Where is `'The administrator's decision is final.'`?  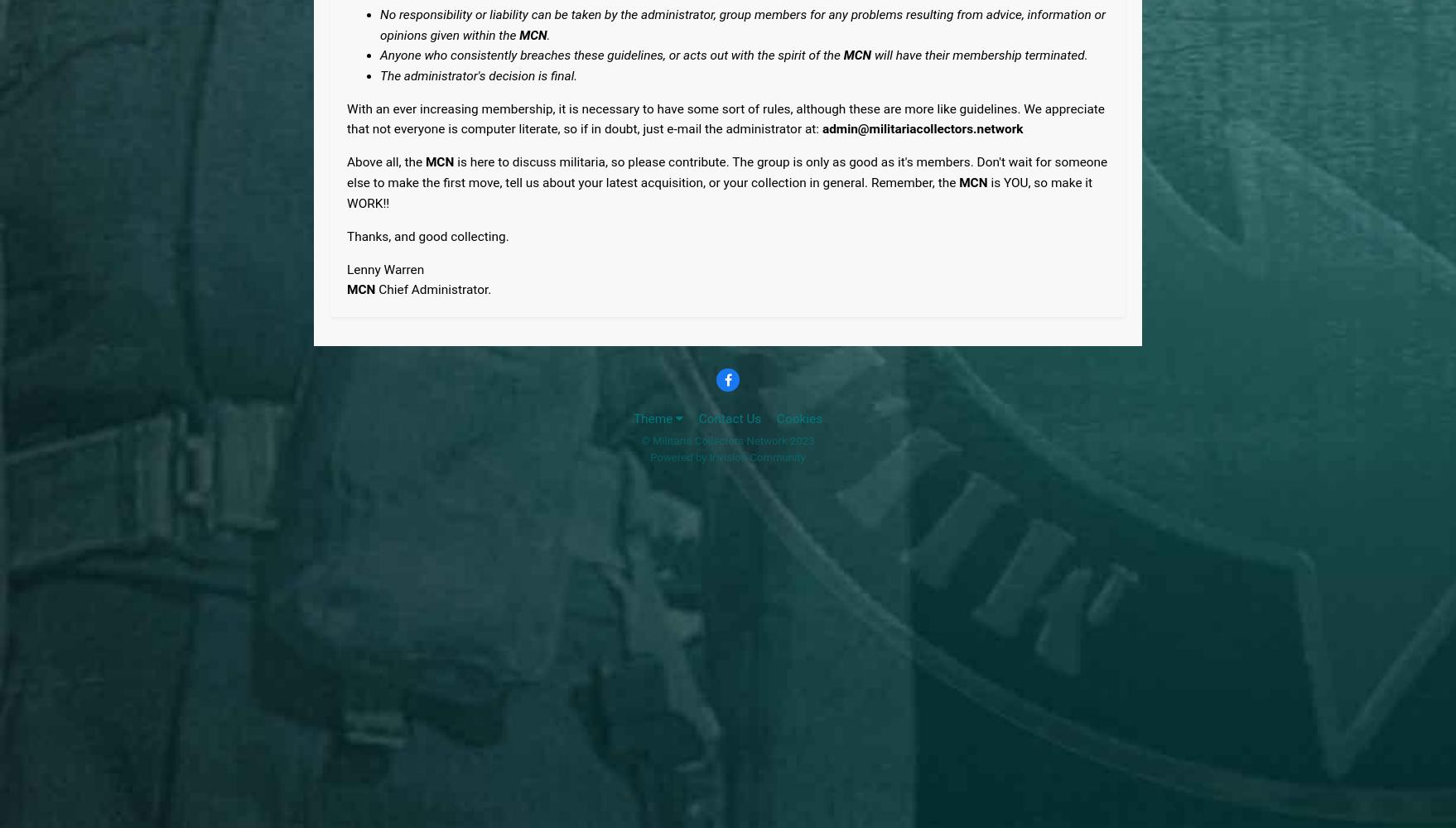 'The administrator's decision is final.' is located at coordinates (478, 75).